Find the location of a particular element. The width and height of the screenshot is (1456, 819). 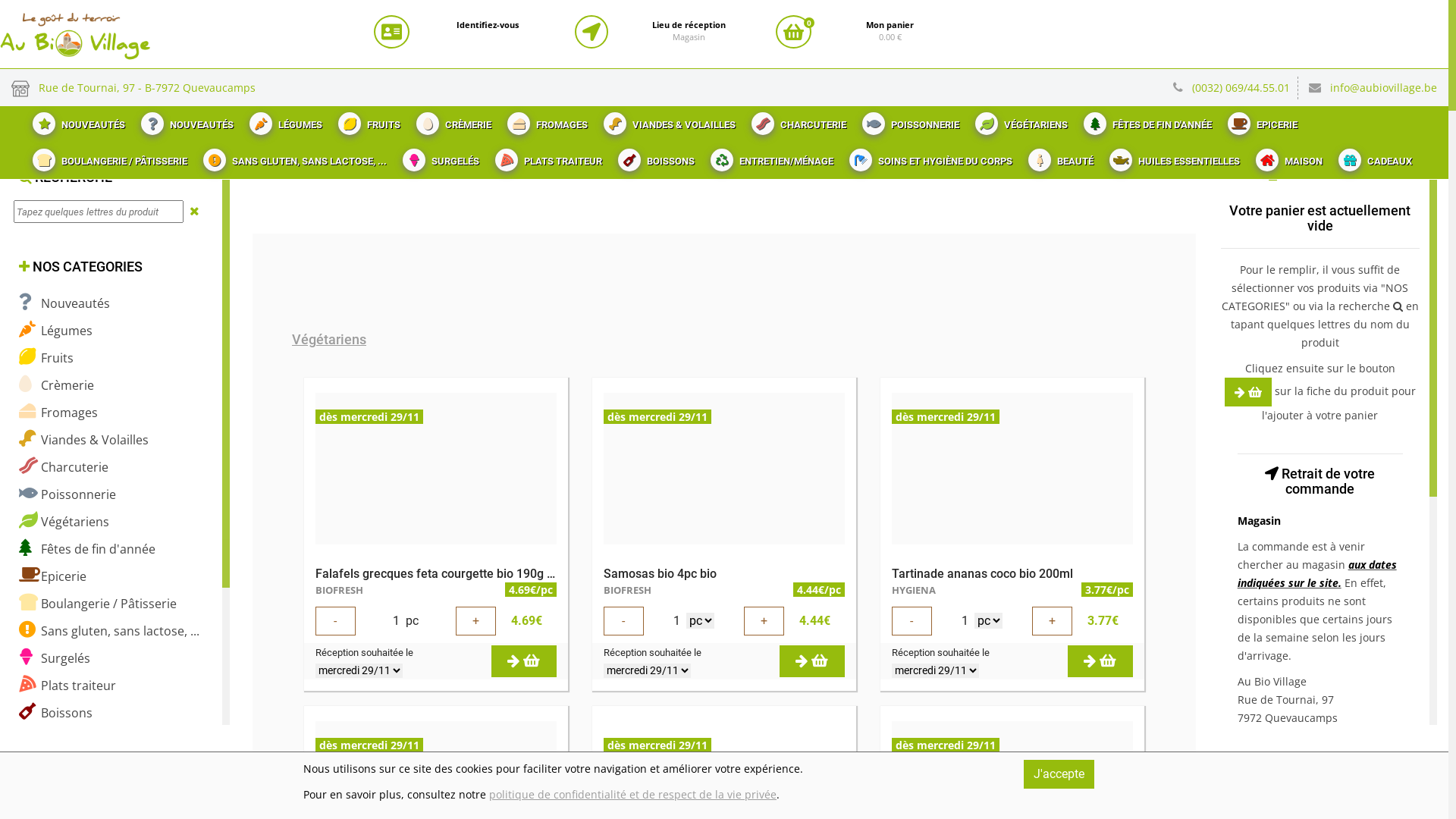

'VIANDES & VOLAILLES' is located at coordinates (667, 119).